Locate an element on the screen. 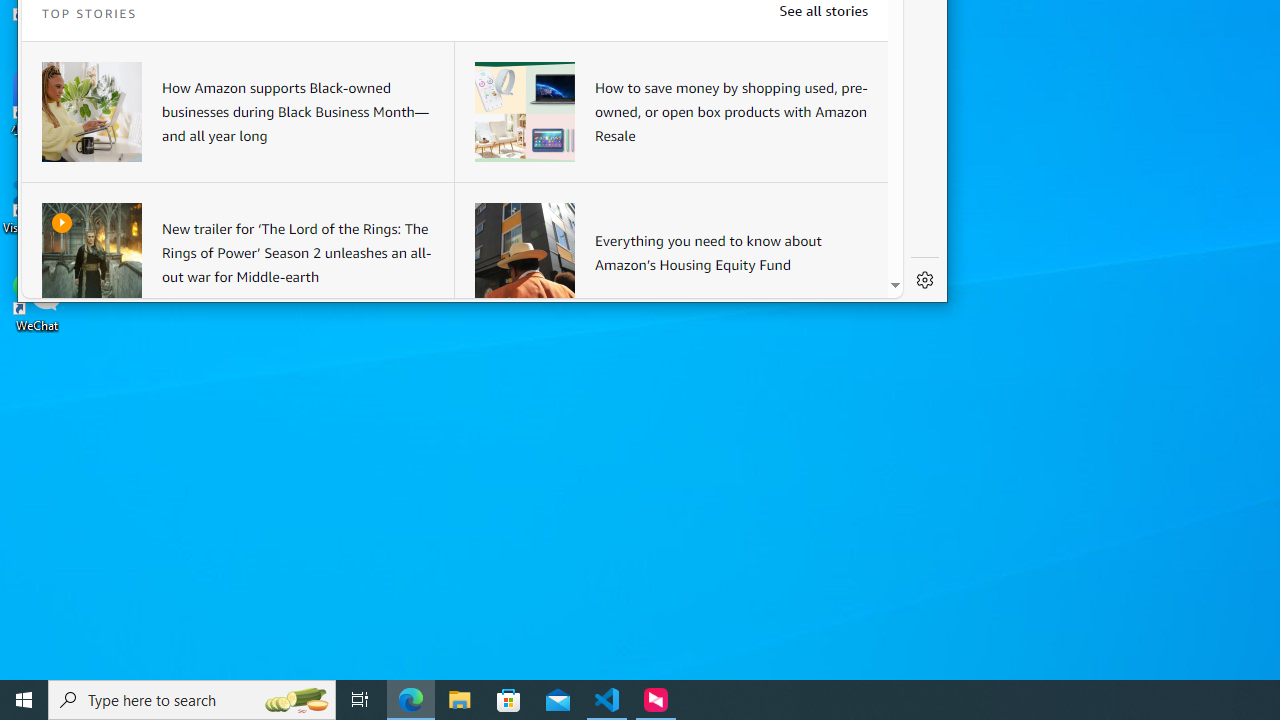  'Start' is located at coordinates (24, 698).